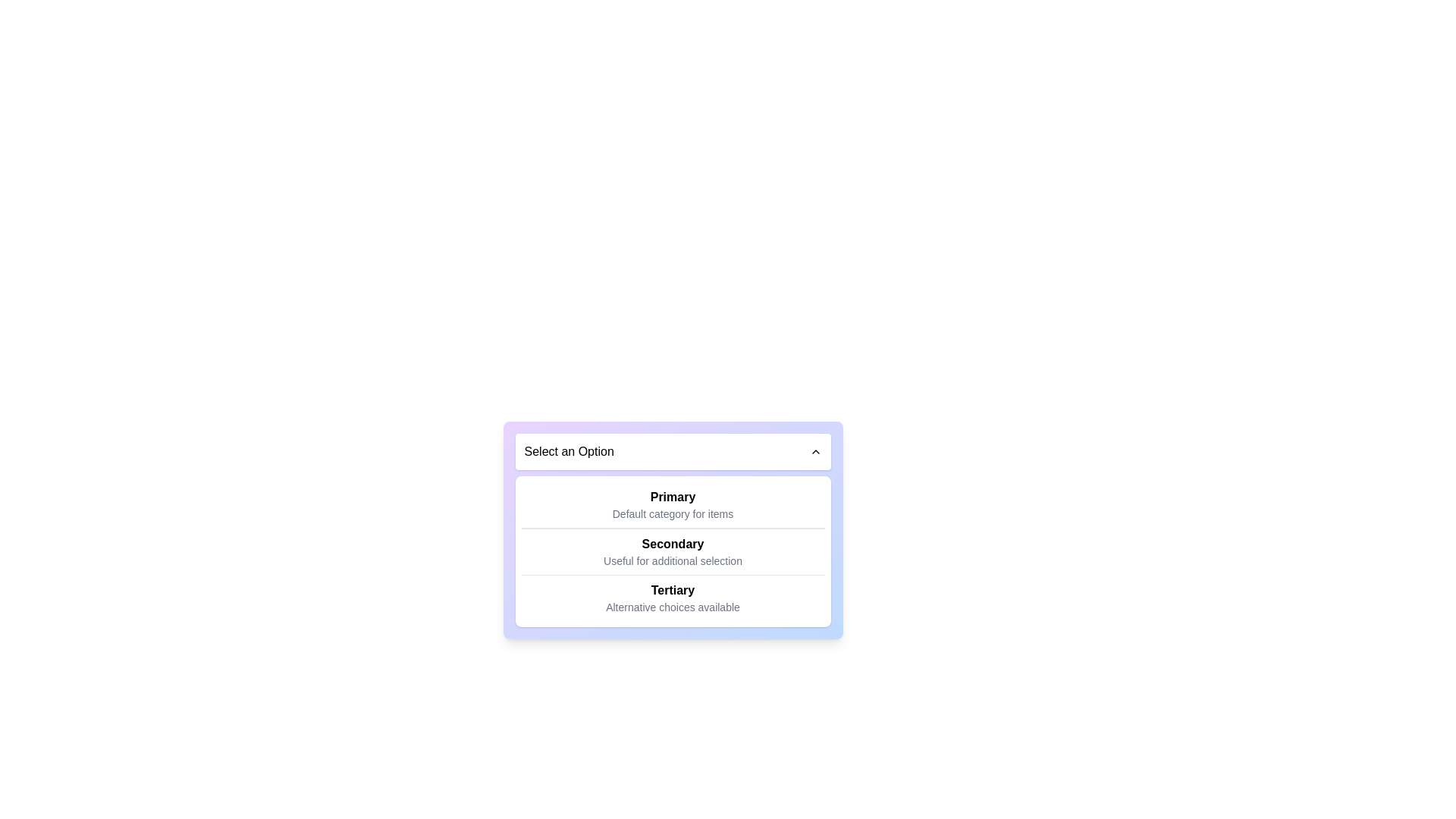  Describe the element at coordinates (672, 552) in the screenshot. I see `the text display component labeled 'Secondary', which is centrally located between 'Primary' and 'Tertiary'` at that location.